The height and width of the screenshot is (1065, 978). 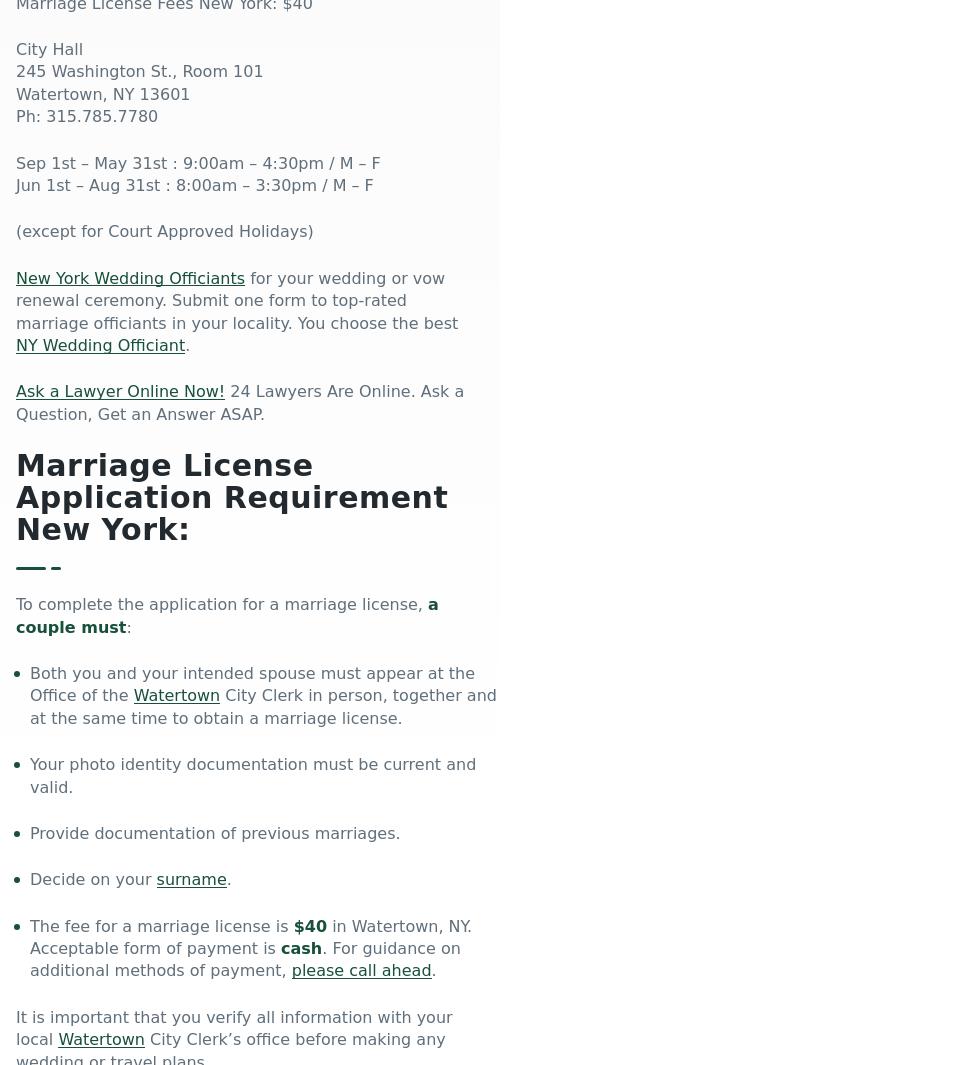 What do you see at coordinates (236, 299) in the screenshot?
I see `'for your wedding or vow renewal ceremony. Submit one form to top-rated marriage officiants in your locality. You choose the best'` at bounding box center [236, 299].